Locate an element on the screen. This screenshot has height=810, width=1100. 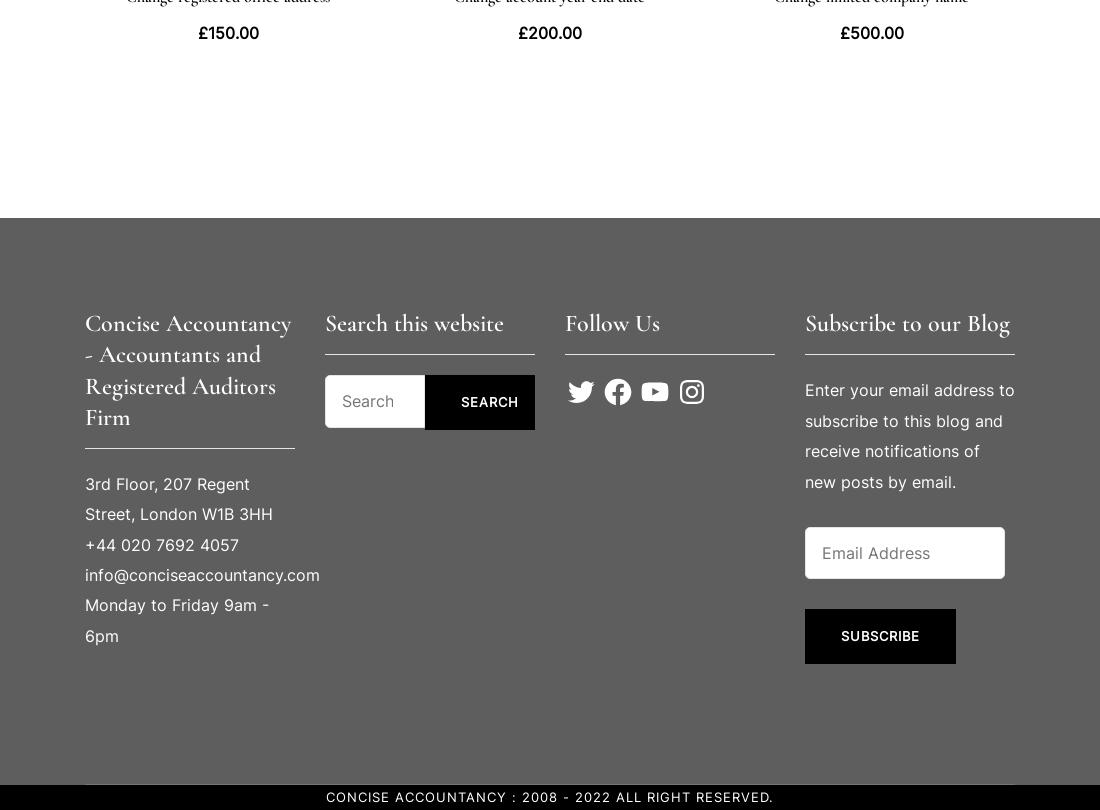
'200.00' is located at coordinates (527, 31).